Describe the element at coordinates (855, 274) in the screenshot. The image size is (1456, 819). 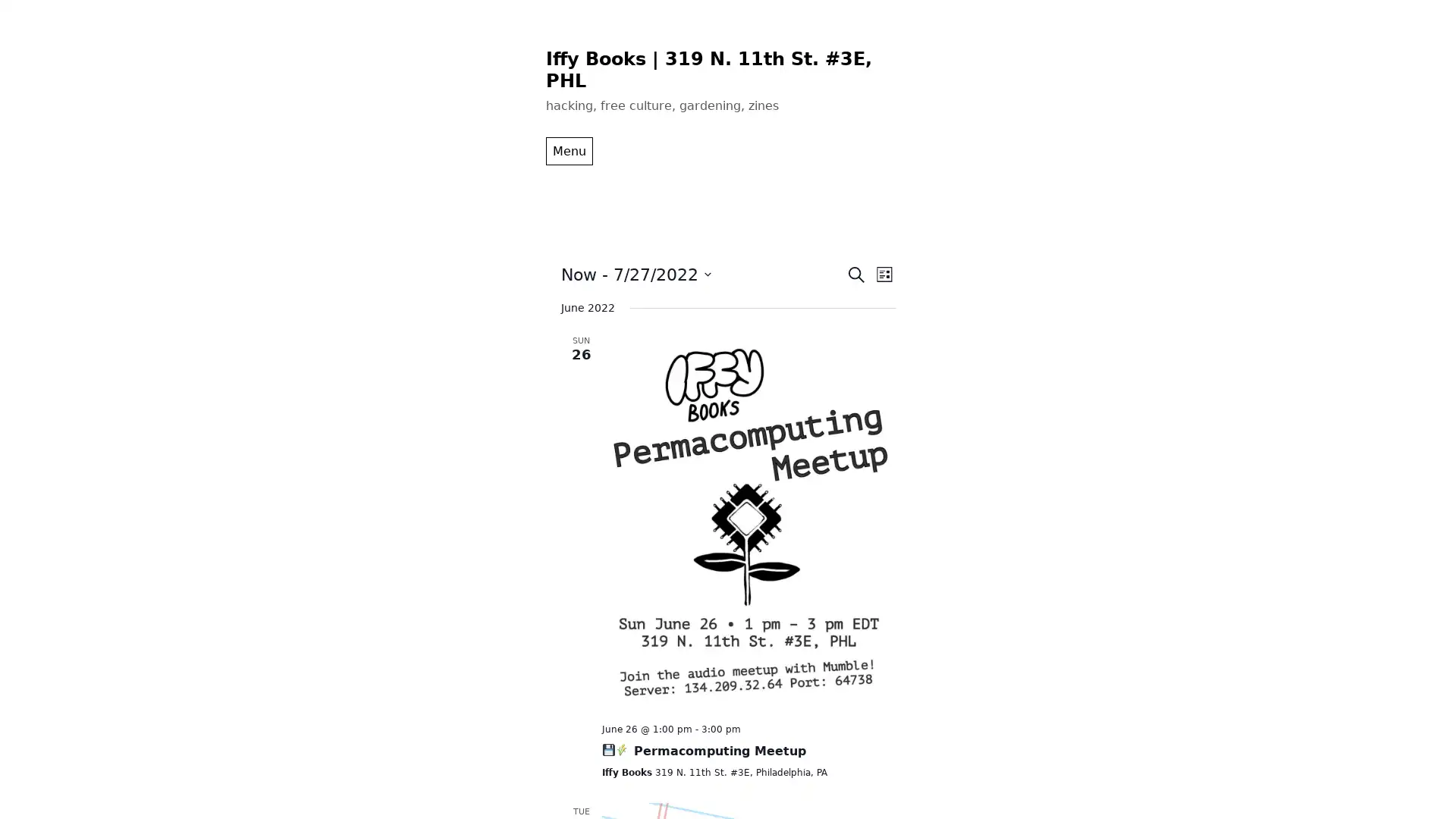
I see `Search` at that location.